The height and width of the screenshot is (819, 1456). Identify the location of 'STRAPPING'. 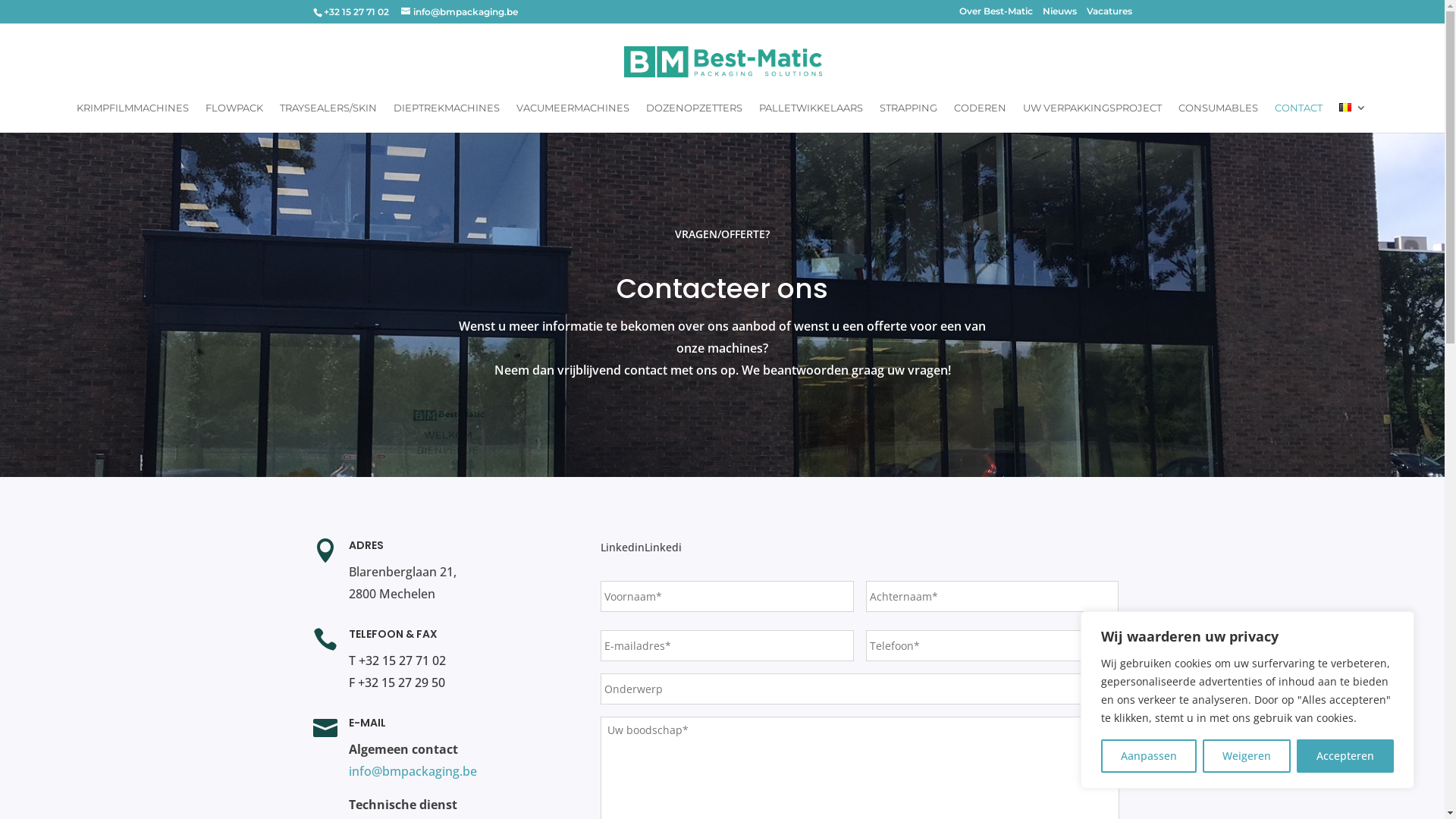
(908, 116).